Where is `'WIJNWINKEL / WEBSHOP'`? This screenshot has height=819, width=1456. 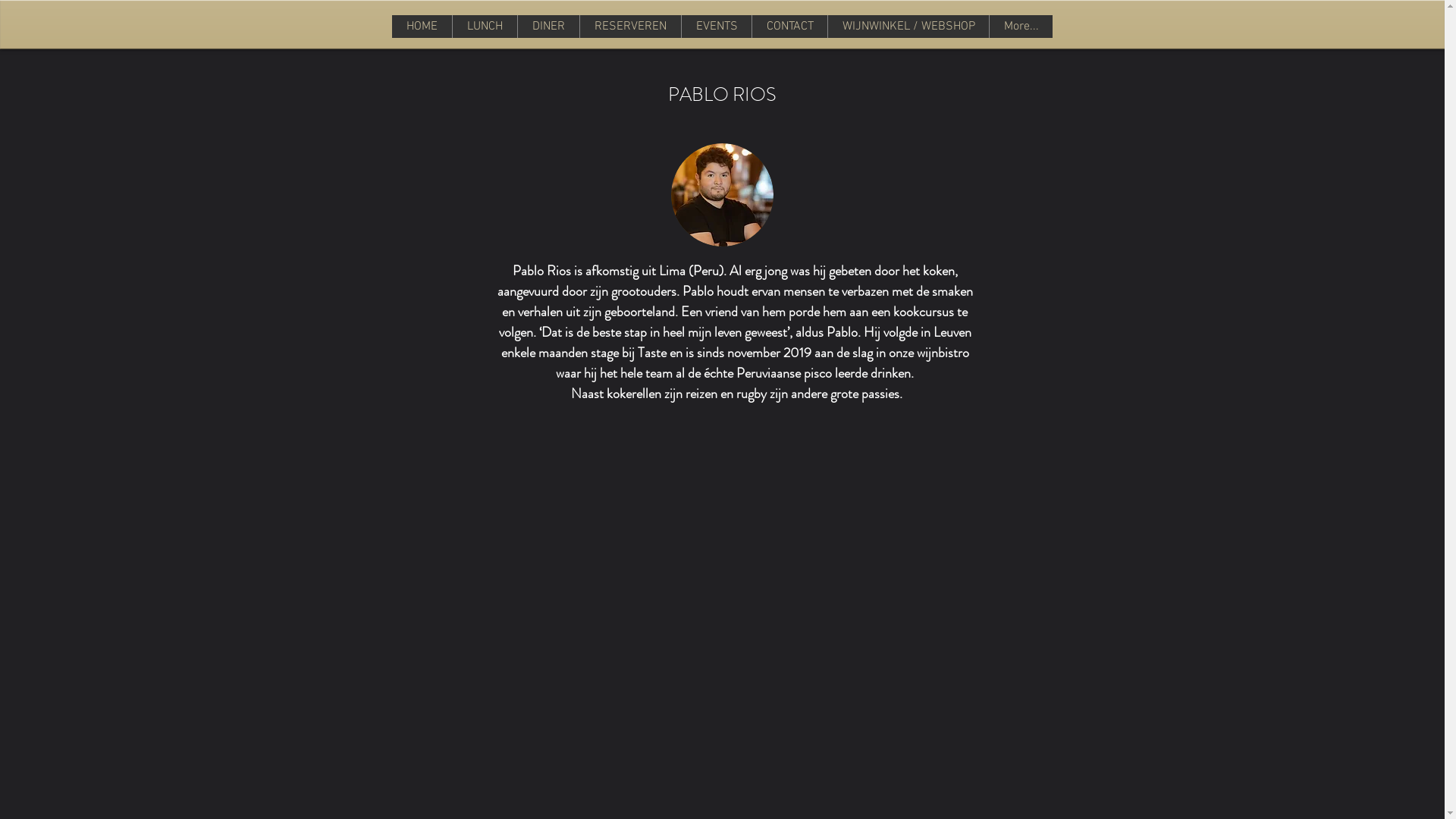 'WIJNWINKEL / WEBSHOP' is located at coordinates (826, 26).